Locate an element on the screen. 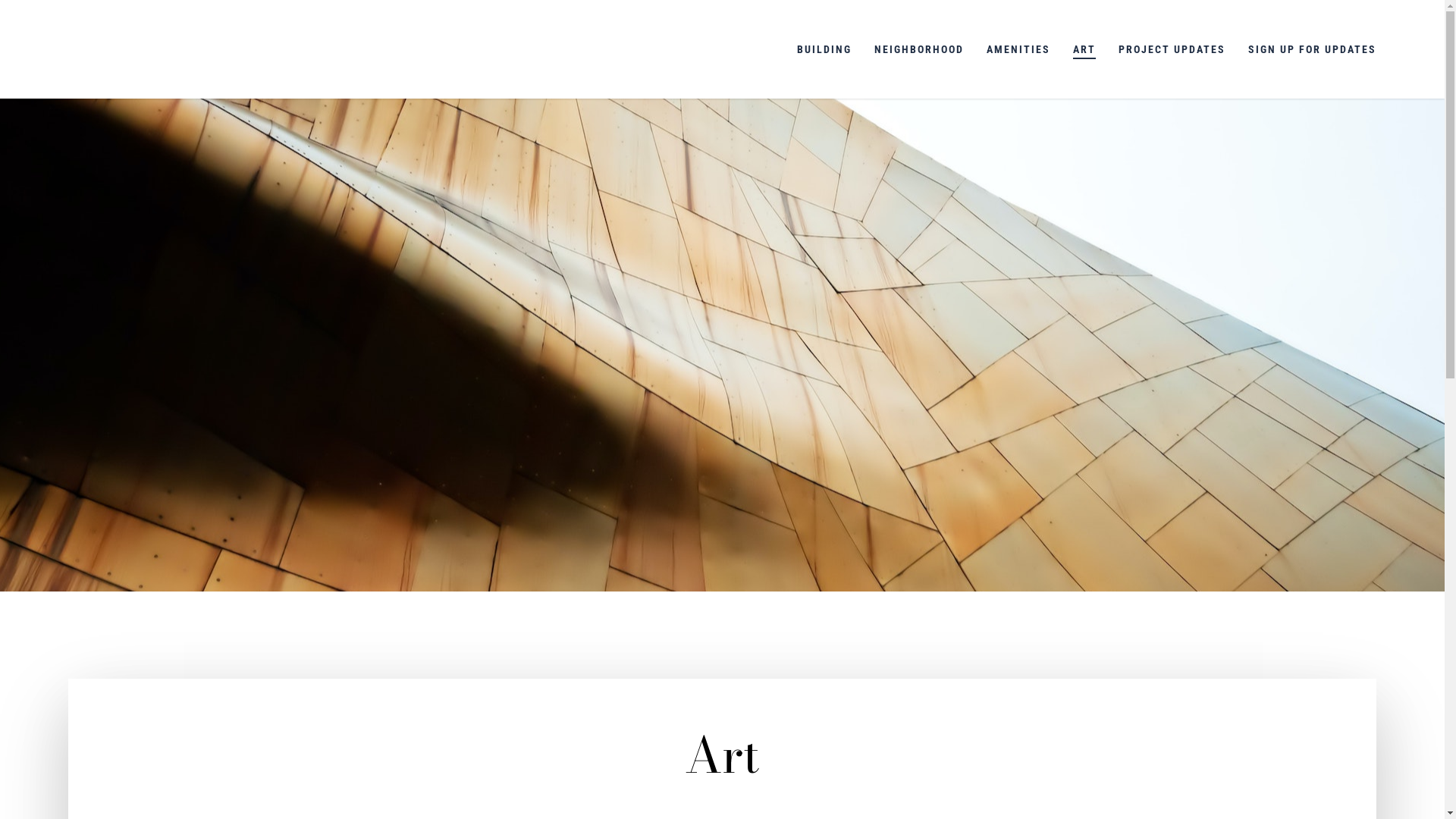  'AMENITIES' is located at coordinates (1018, 49).